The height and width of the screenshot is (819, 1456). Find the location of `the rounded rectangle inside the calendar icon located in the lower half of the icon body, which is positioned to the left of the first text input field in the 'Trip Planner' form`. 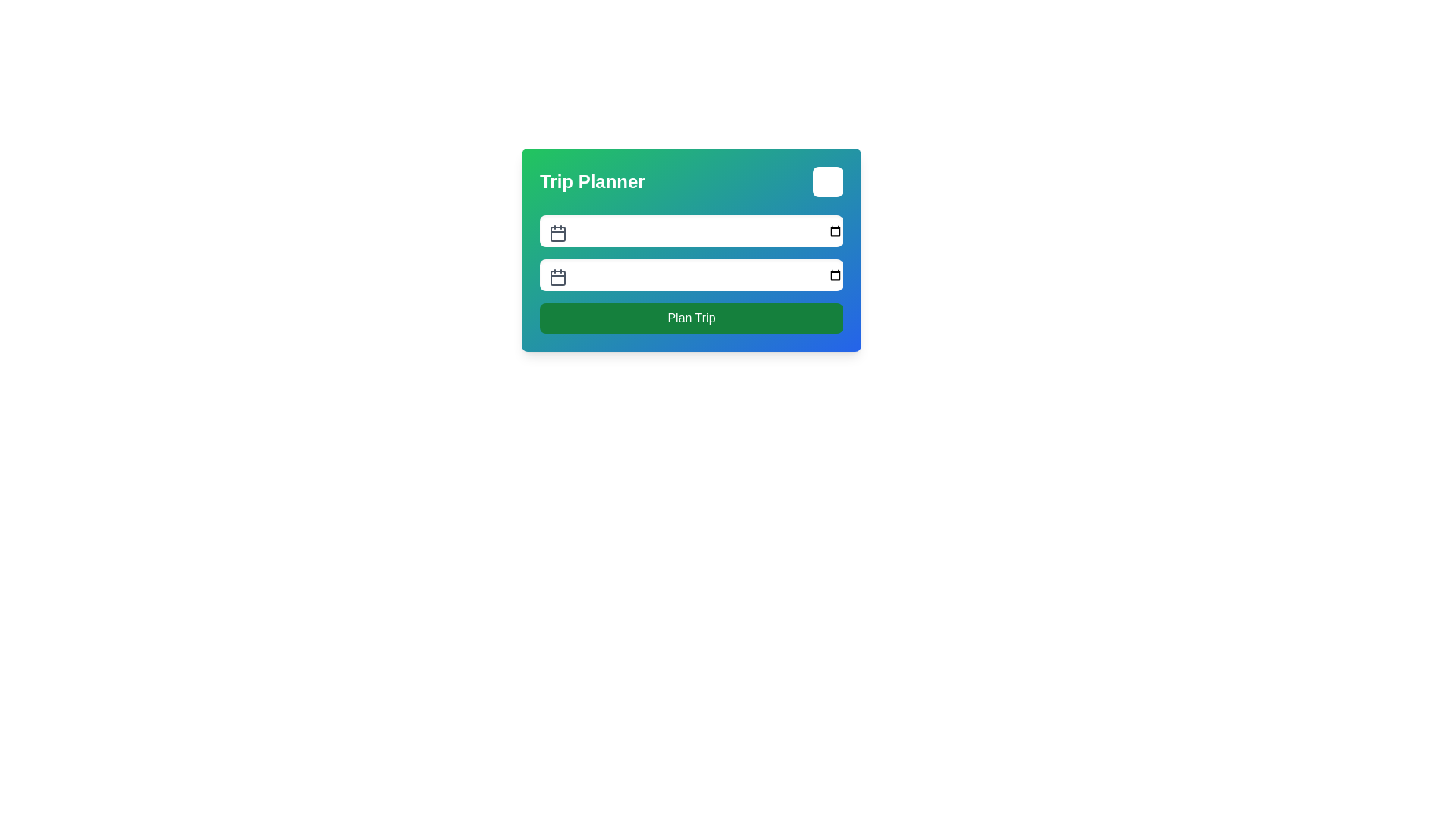

the rounded rectangle inside the calendar icon located in the lower half of the icon body, which is positioned to the left of the first text input field in the 'Trip Planner' form is located at coordinates (557, 234).